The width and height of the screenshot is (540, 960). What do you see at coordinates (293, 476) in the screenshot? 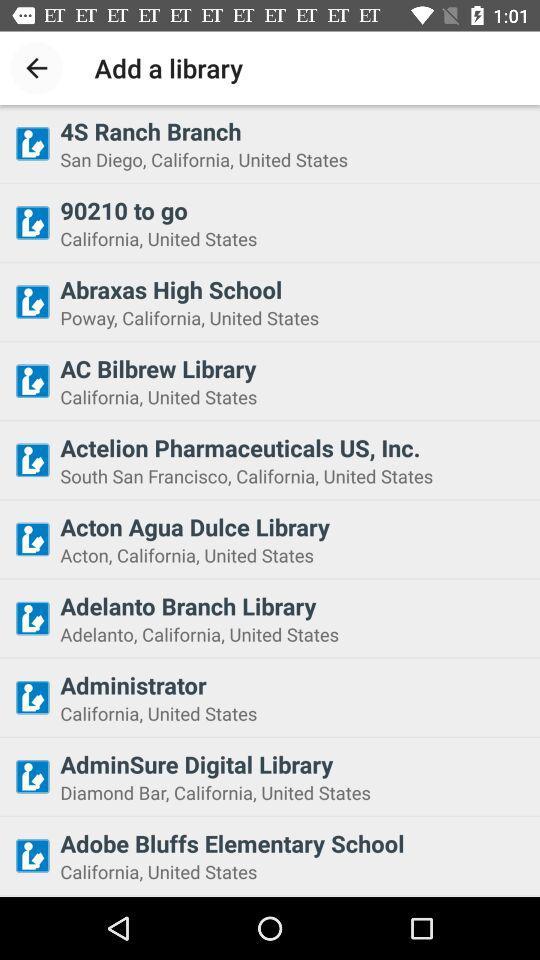
I see `the south san francisco` at bounding box center [293, 476].